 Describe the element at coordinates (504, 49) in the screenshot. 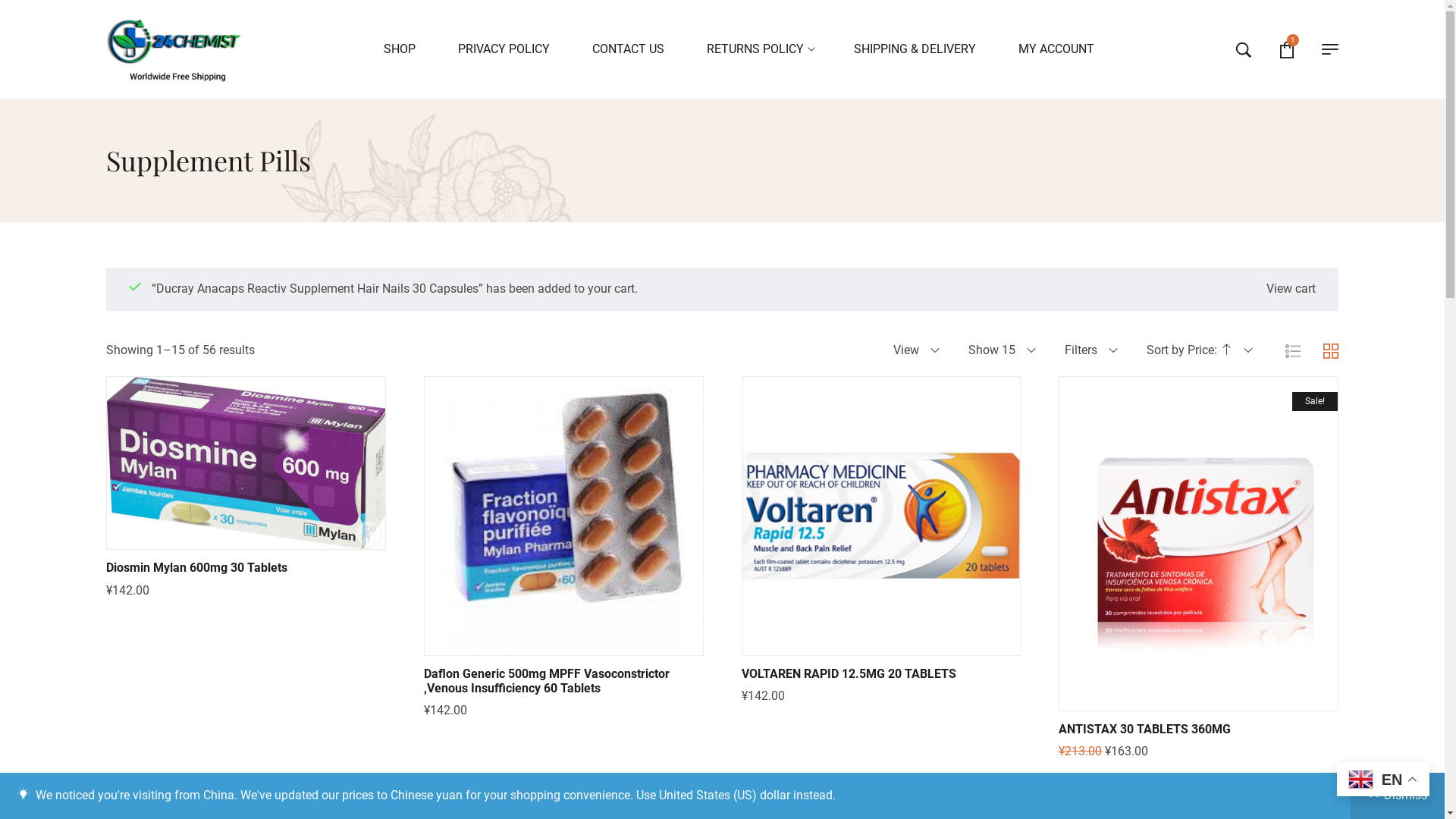

I see `'PRIVACY POLICY'` at that location.